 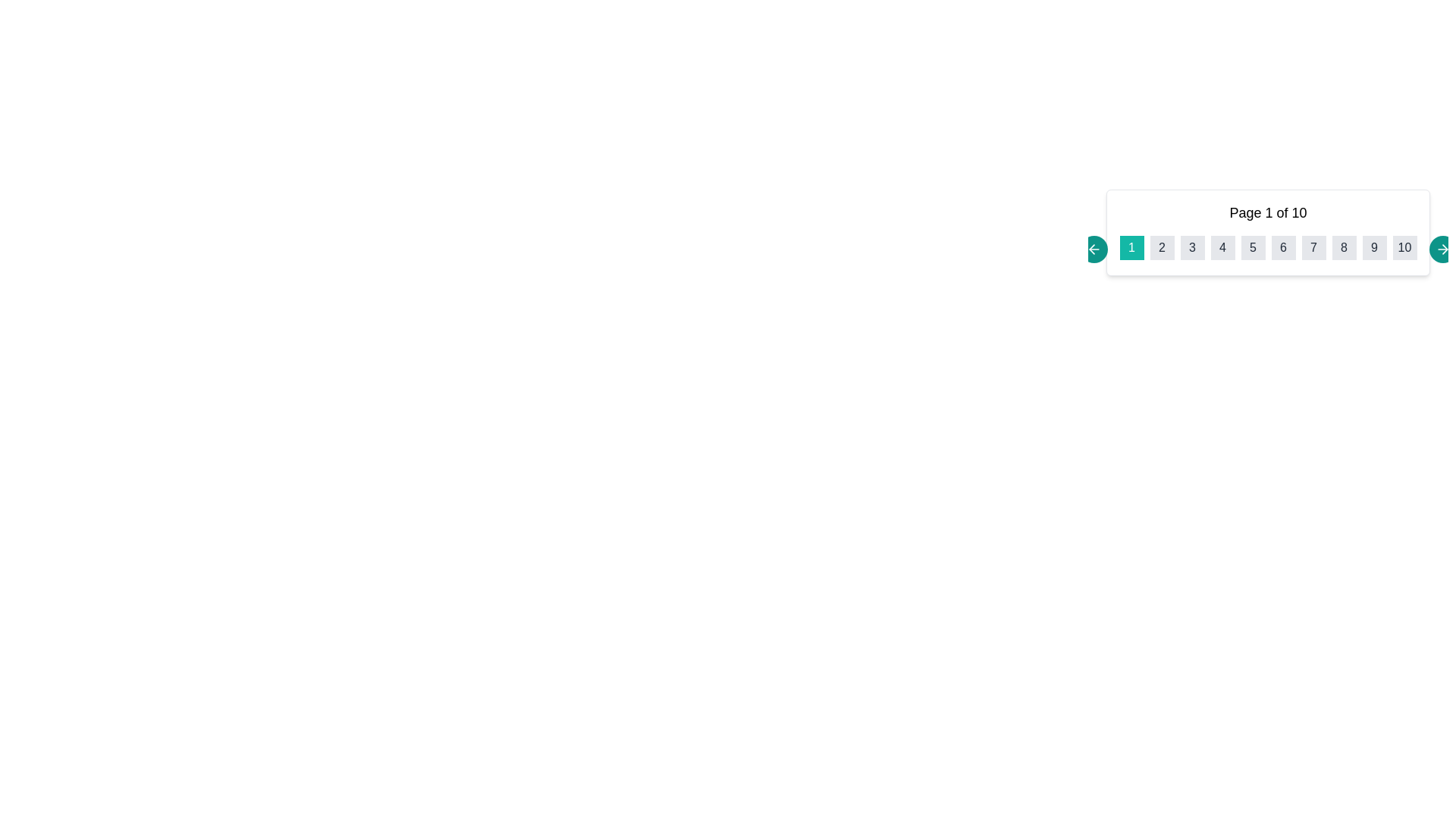 What do you see at coordinates (1191, 247) in the screenshot?
I see `the third pagination button` at bounding box center [1191, 247].